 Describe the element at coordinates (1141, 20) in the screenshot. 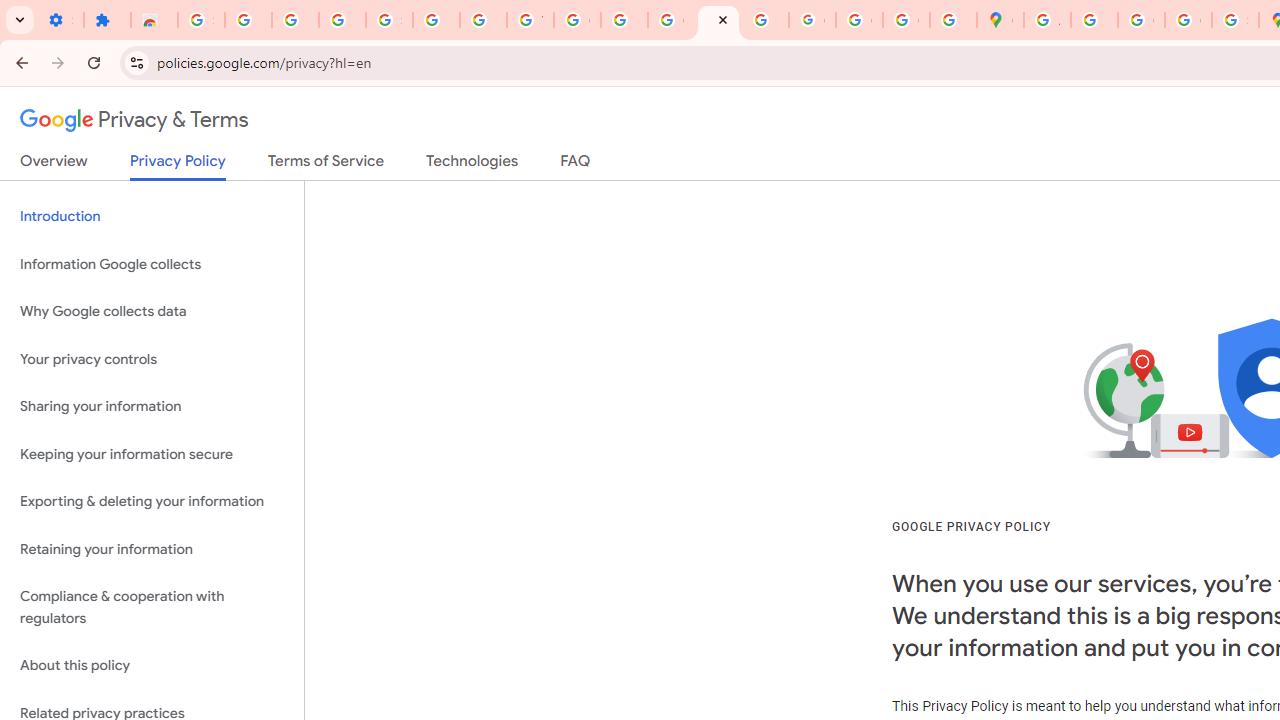

I see `'Create your Google Account'` at that location.